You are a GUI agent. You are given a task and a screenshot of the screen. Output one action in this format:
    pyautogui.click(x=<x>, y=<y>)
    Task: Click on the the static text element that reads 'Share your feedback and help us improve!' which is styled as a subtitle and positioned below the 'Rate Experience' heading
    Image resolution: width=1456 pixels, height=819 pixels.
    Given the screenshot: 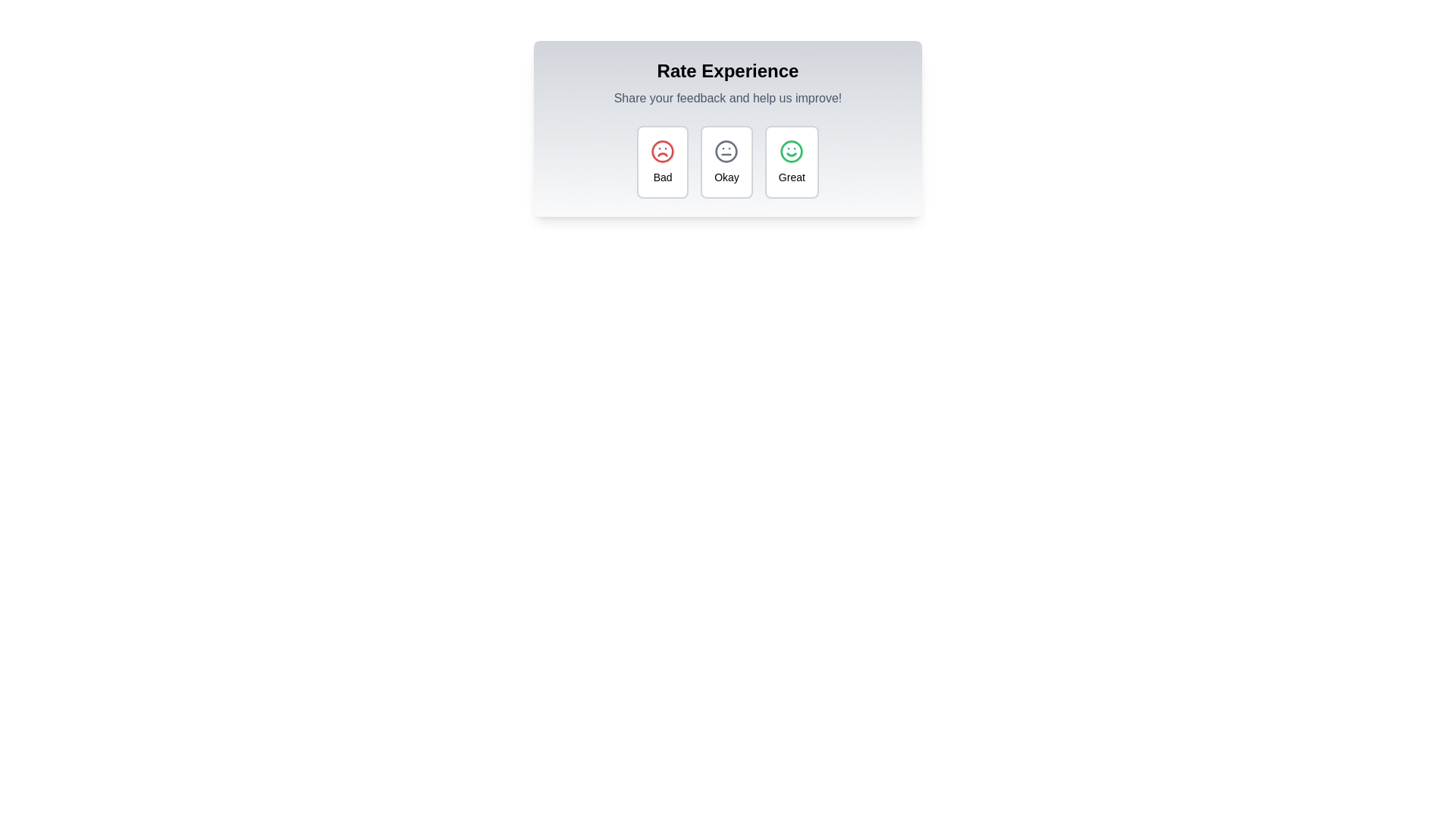 What is the action you would take?
    pyautogui.click(x=728, y=99)
    